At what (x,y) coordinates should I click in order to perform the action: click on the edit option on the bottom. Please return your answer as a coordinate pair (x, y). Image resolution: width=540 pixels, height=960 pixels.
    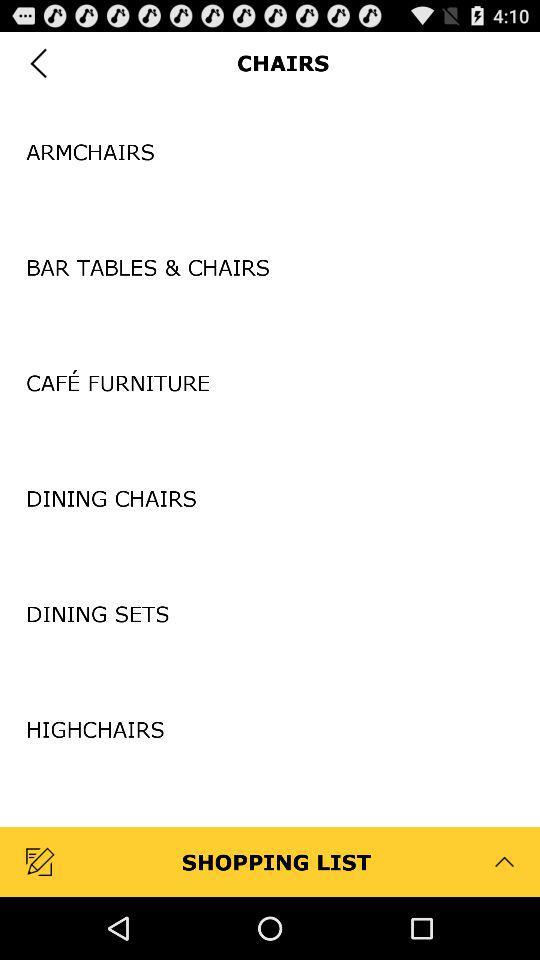
    Looking at the image, I should click on (42, 860).